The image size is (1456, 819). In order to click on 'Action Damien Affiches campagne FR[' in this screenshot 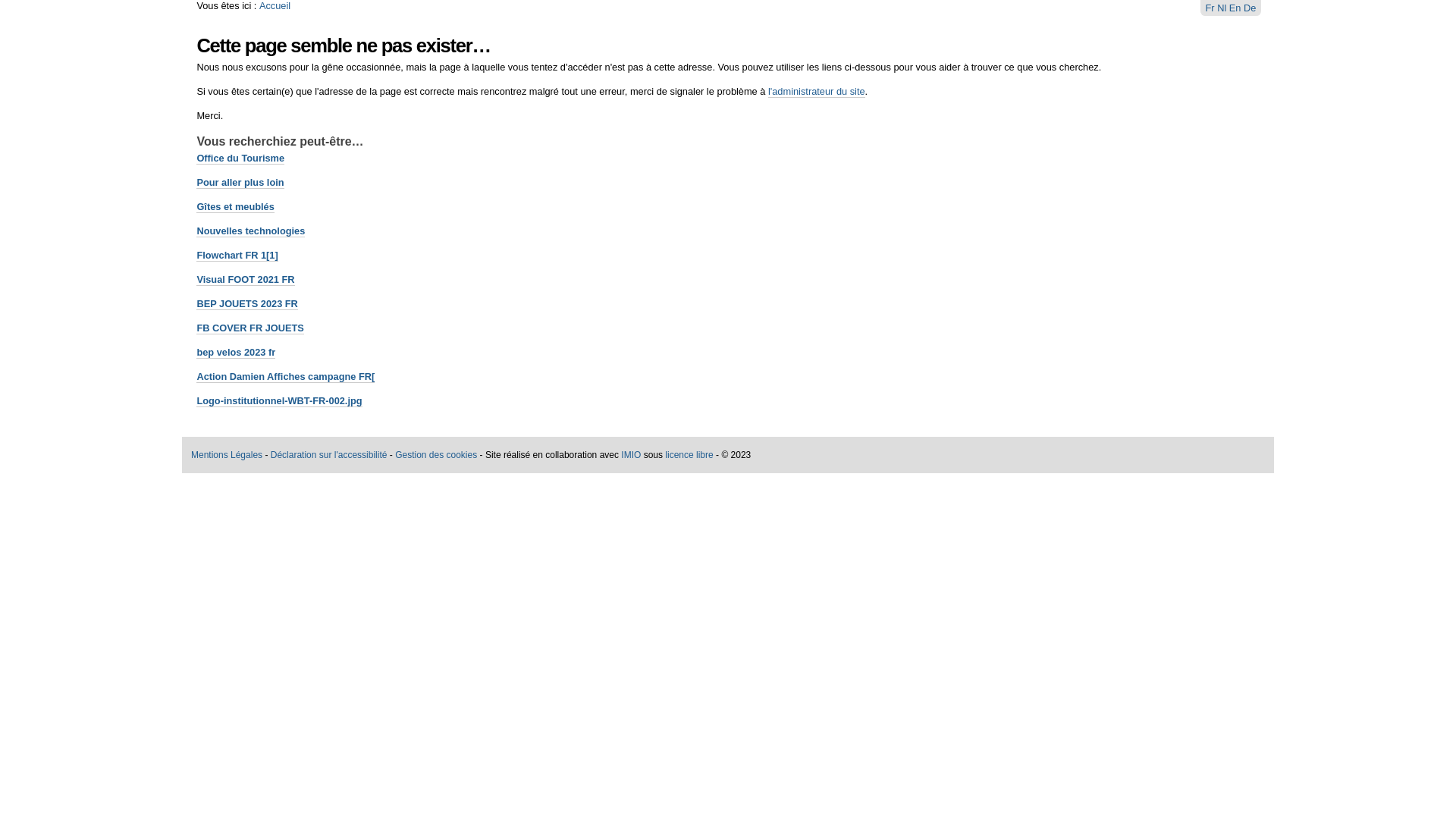, I will do `click(285, 376)`.